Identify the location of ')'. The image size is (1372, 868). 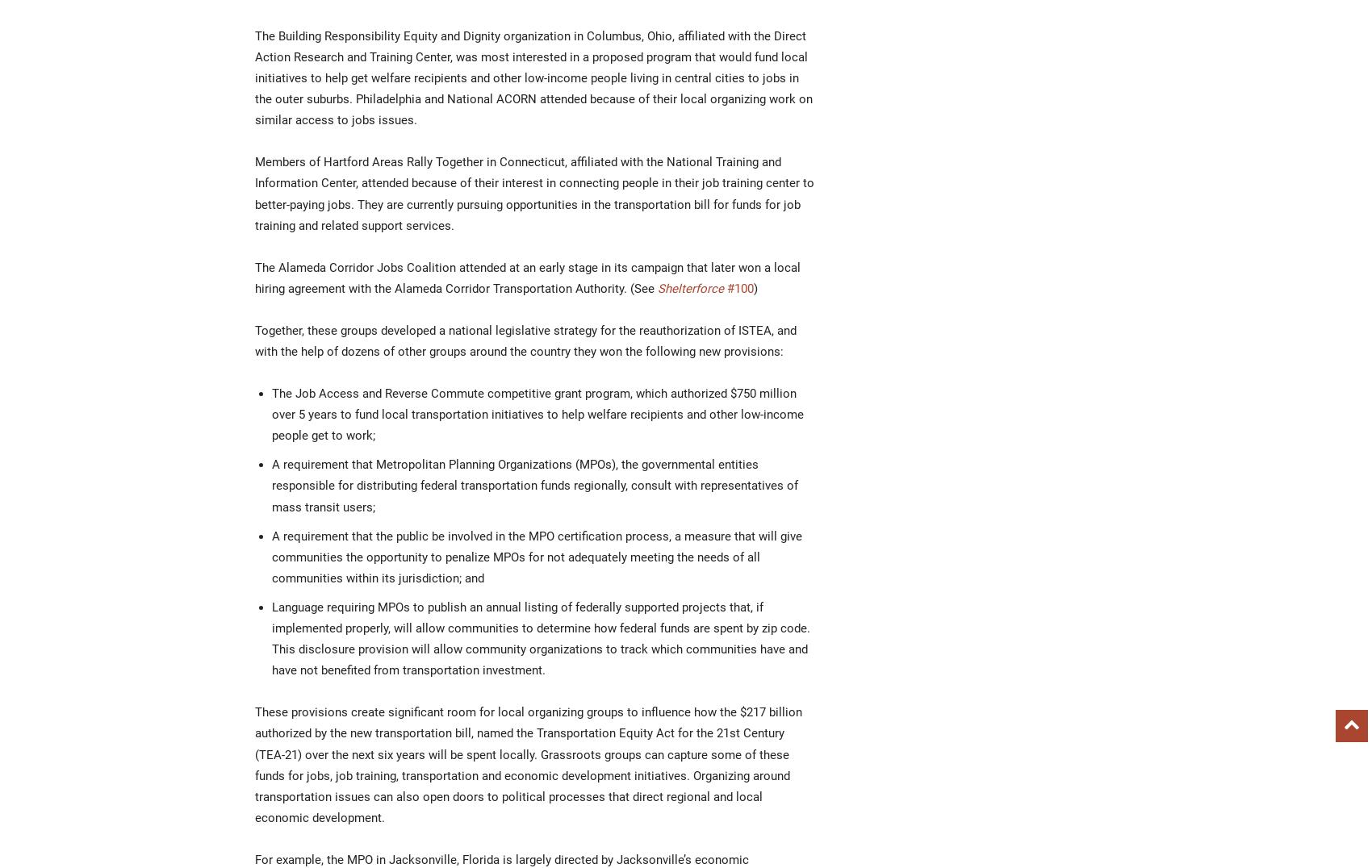
(755, 288).